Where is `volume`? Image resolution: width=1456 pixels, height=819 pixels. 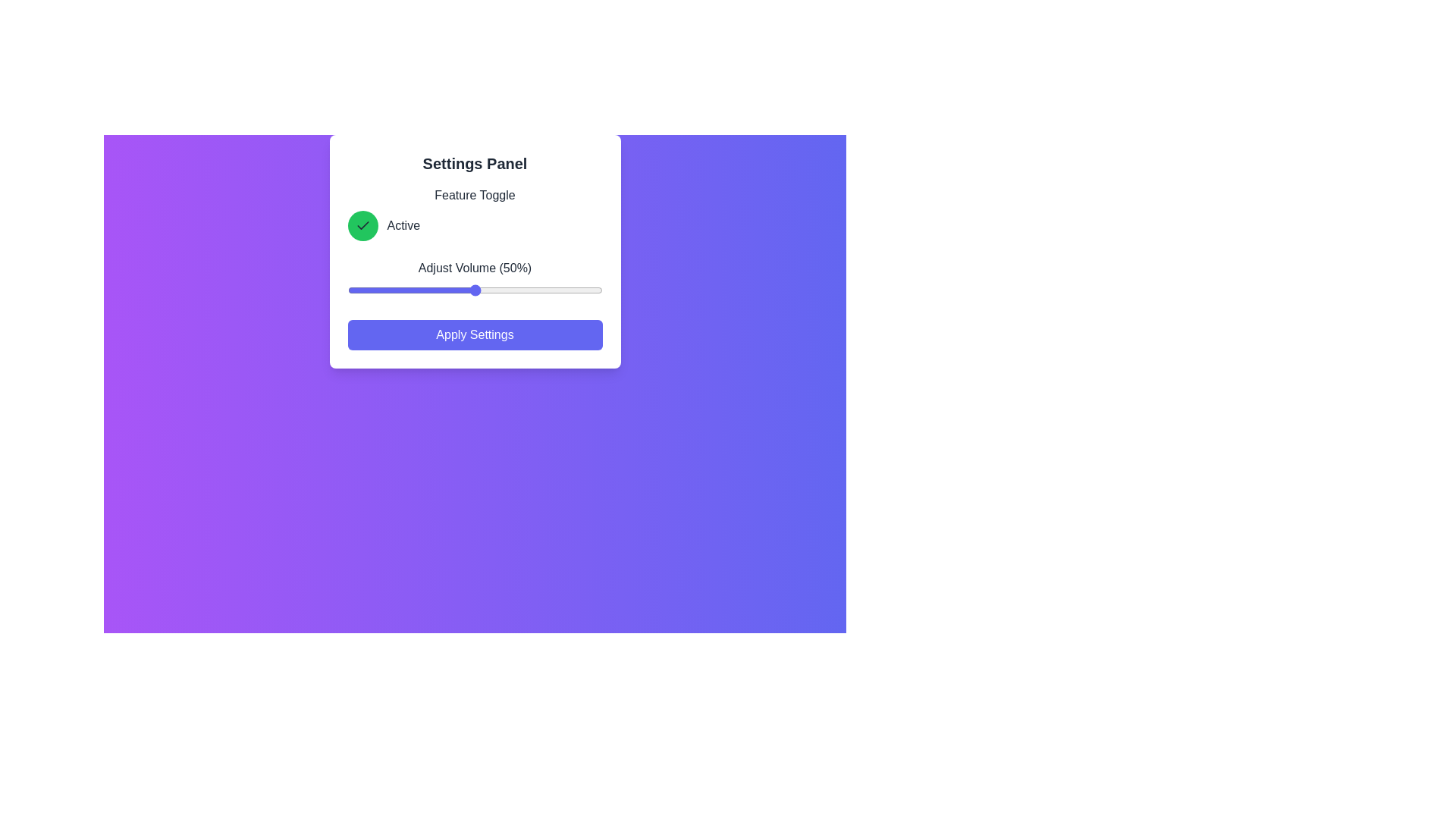
volume is located at coordinates (573, 290).